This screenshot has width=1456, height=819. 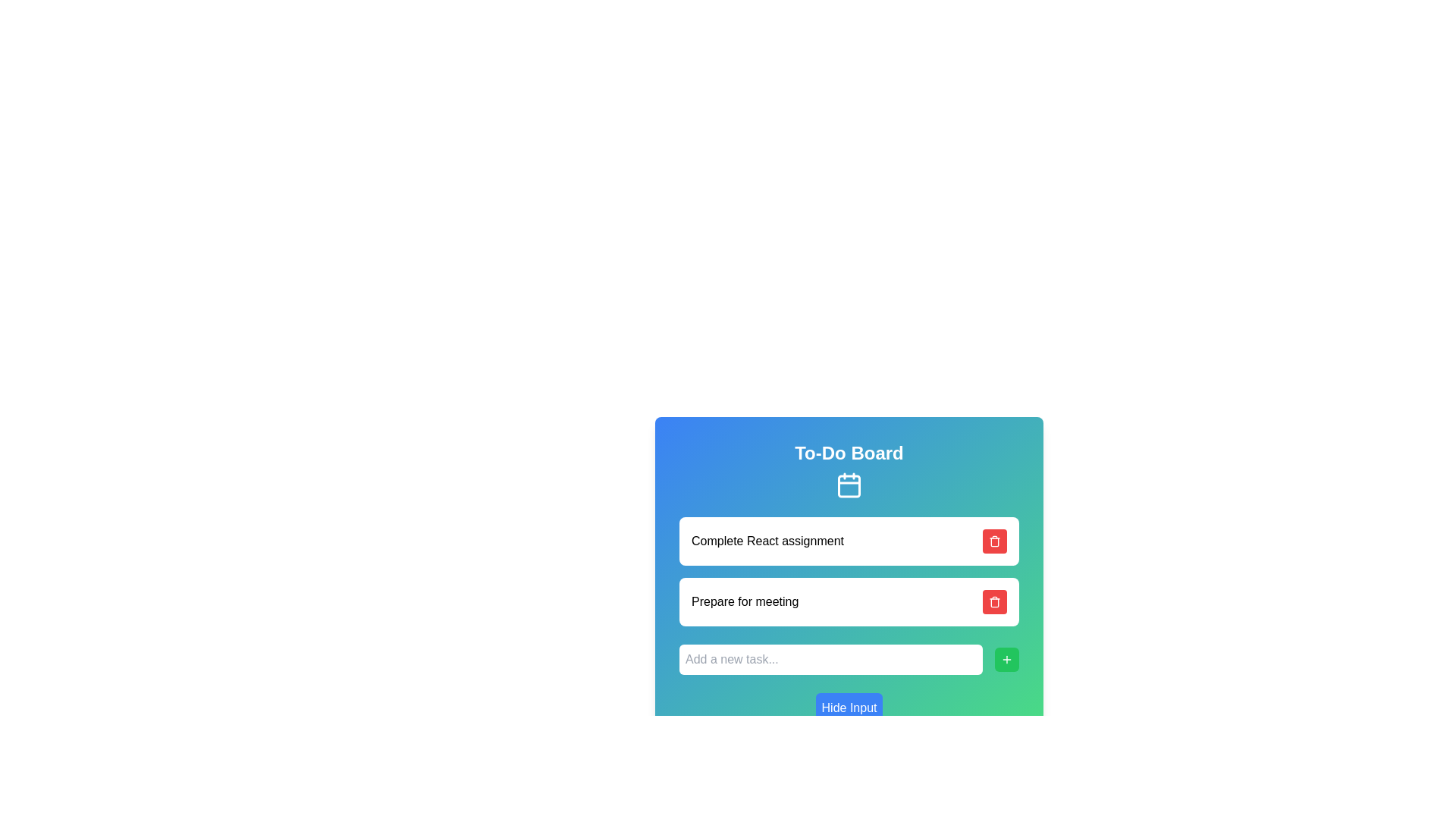 I want to click on the green button with a white 'plus' icon, so click(x=1007, y=659).